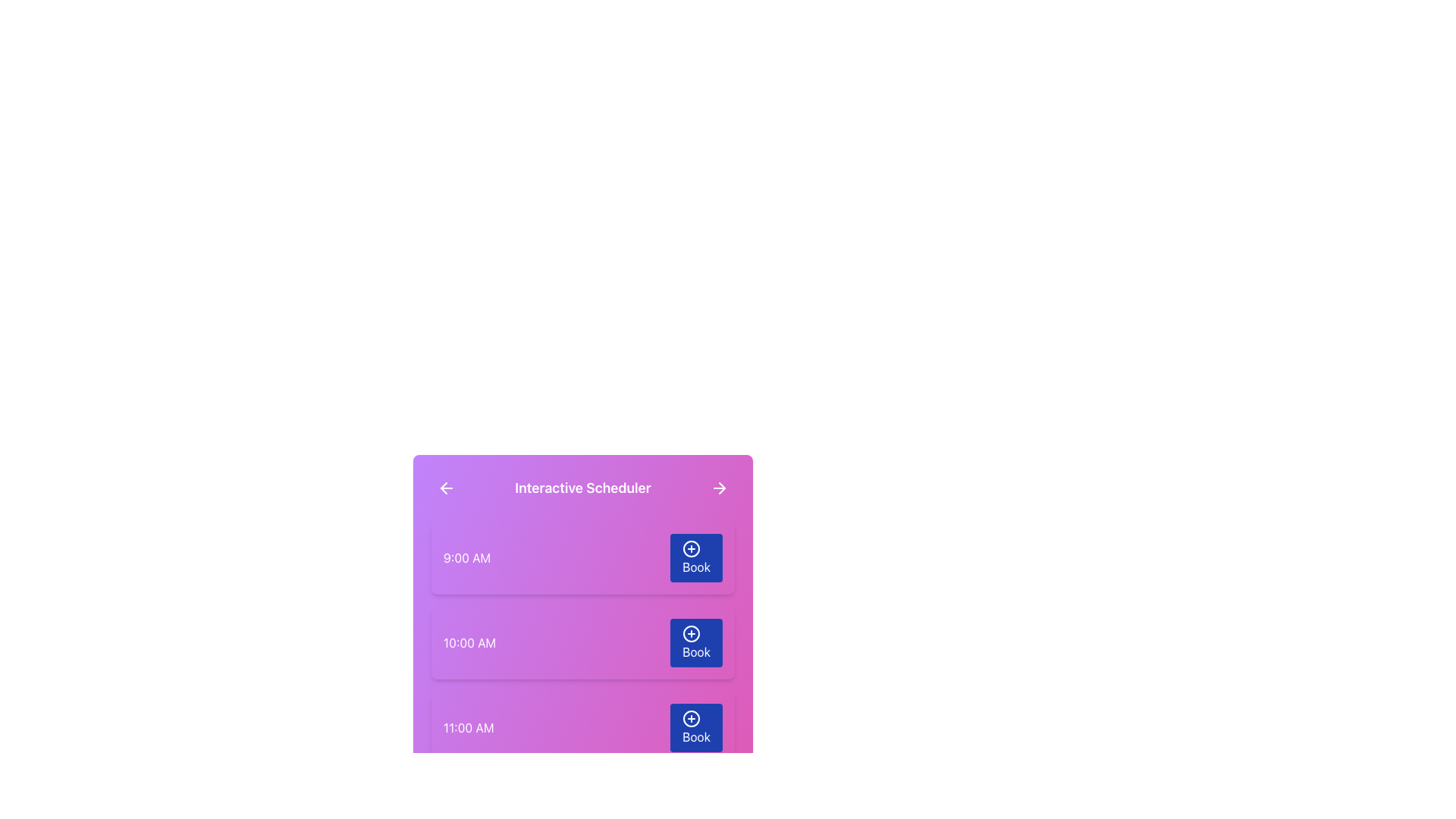 This screenshot has height=819, width=1456. What do you see at coordinates (582, 488) in the screenshot?
I see `the Text Header element that serves as a title for the scheduler interface, positioned at the center of the top bar` at bounding box center [582, 488].